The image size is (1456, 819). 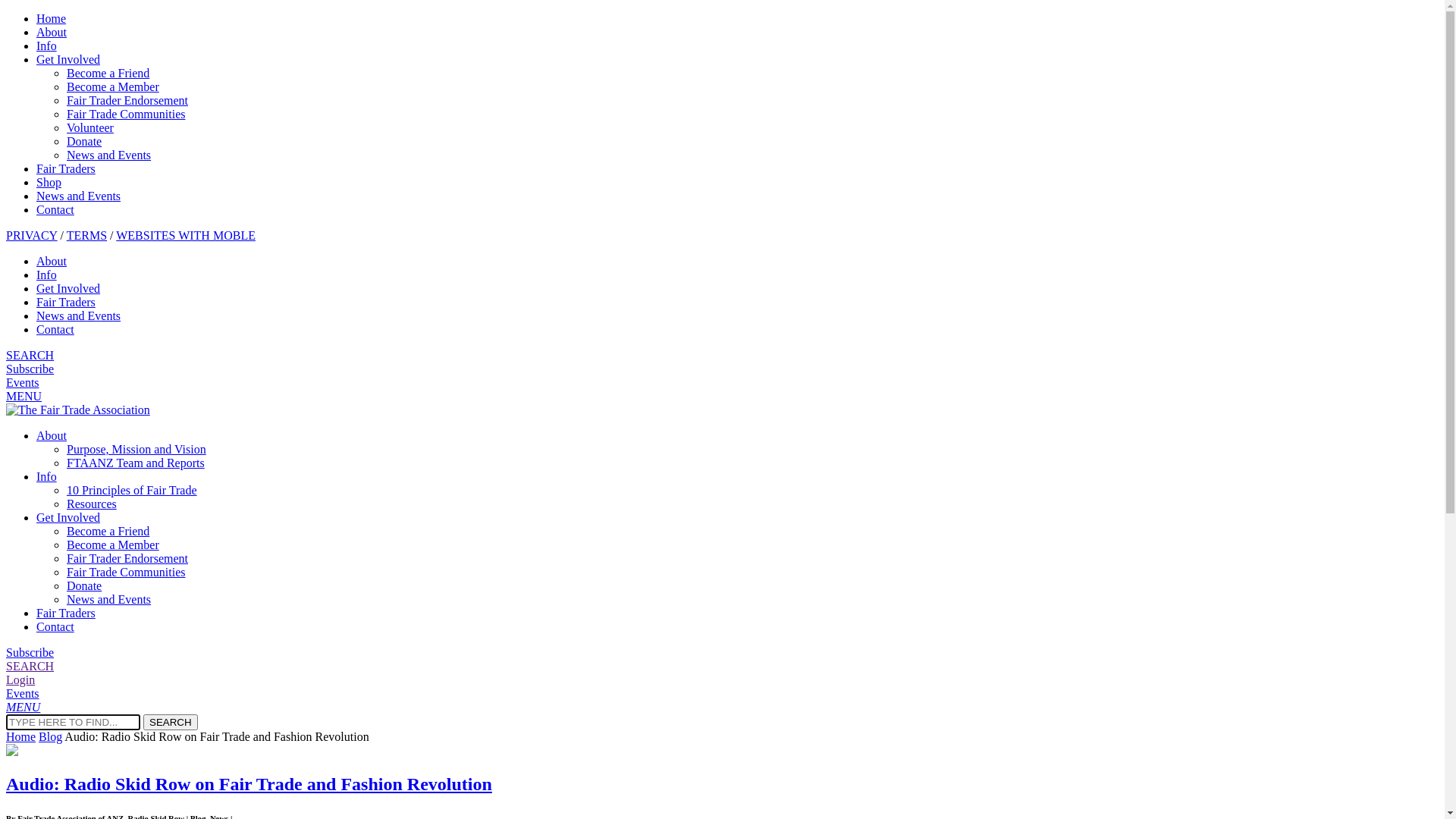 What do you see at coordinates (131, 490) in the screenshot?
I see `'10 Principles of Fair Trade'` at bounding box center [131, 490].